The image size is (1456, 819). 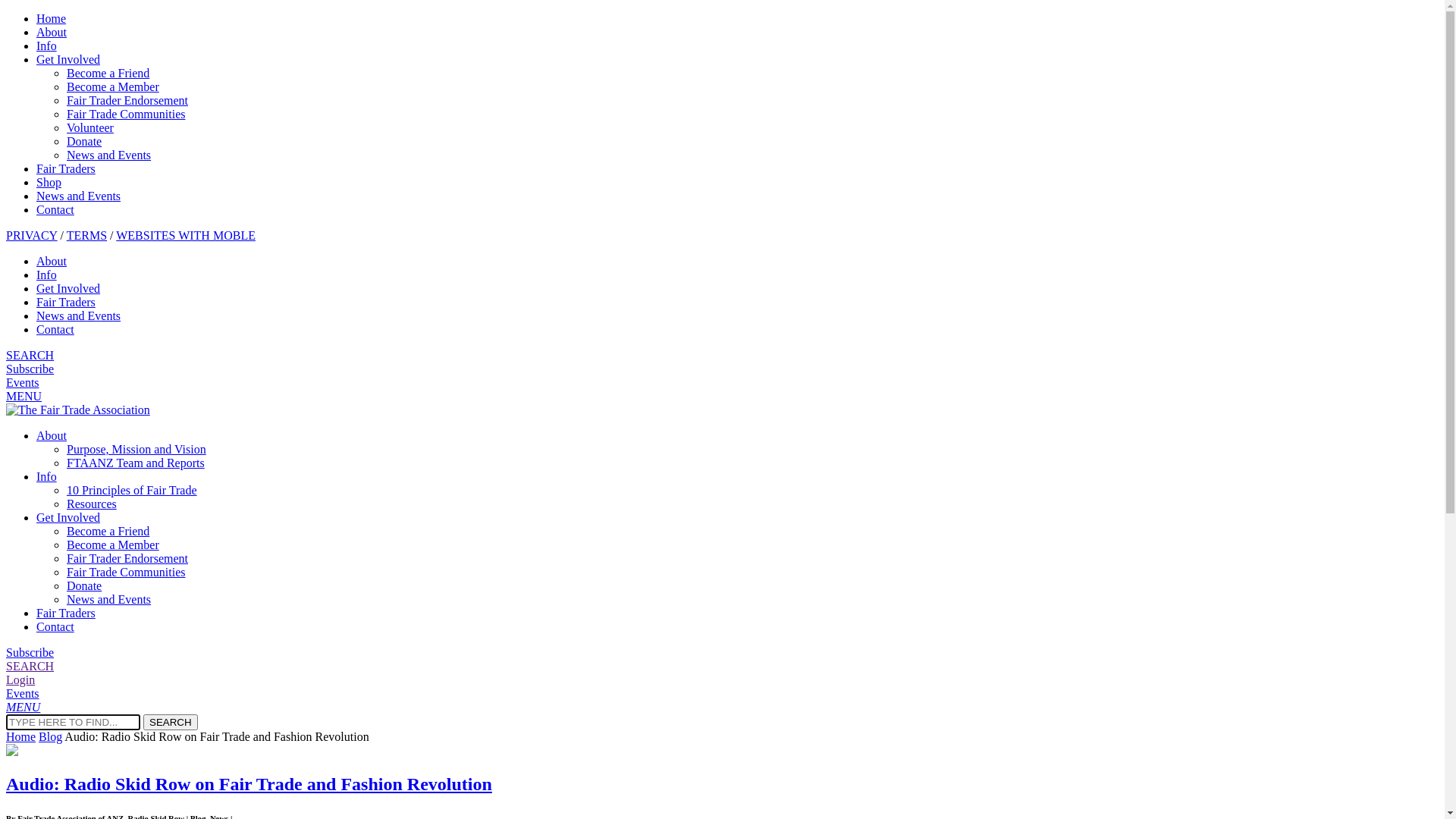 What do you see at coordinates (131, 490) in the screenshot?
I see `'10 Principles of Fair Trade'` at bounding box center [131, 490].